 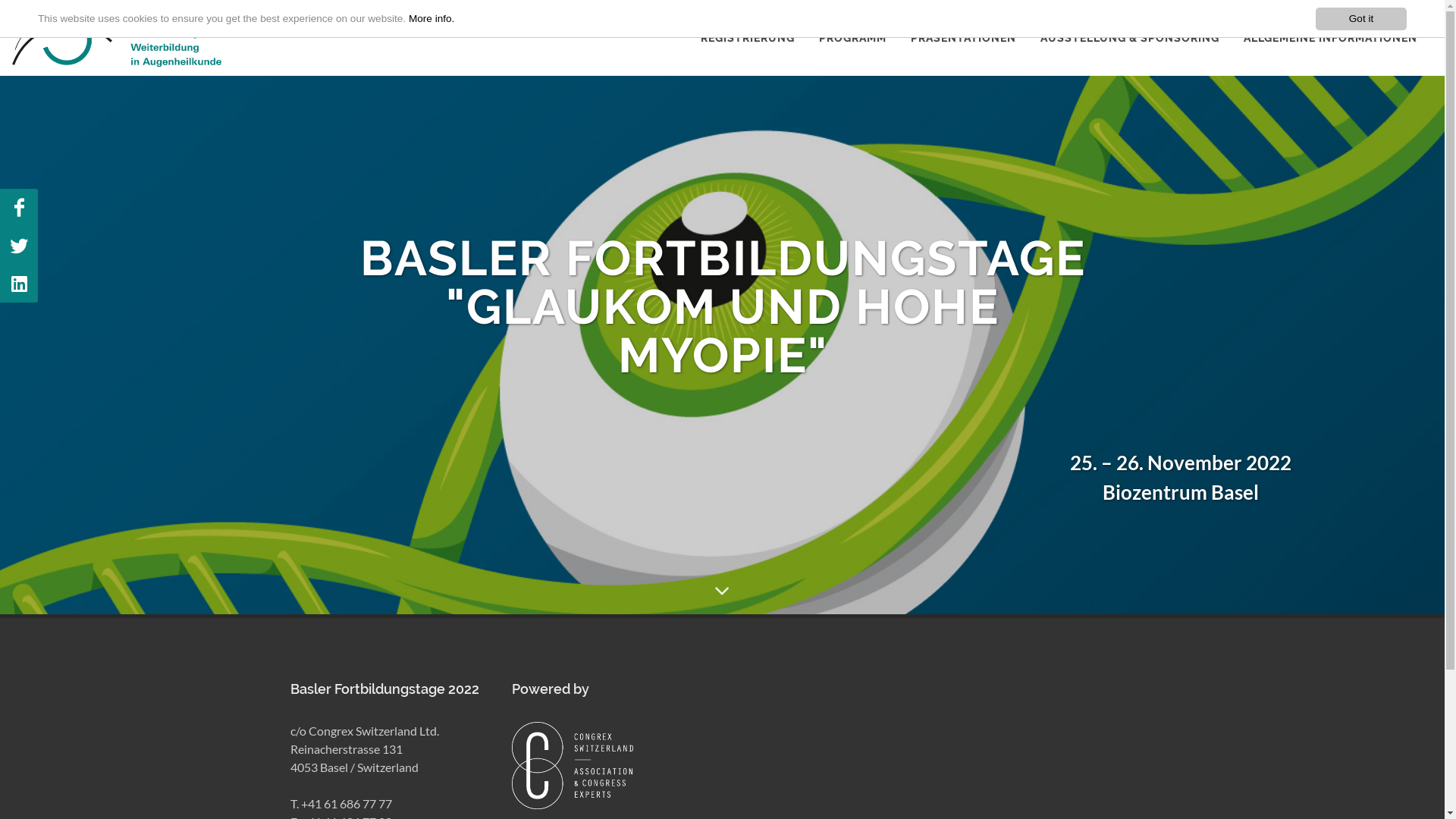 What do you see at coordinates (1029, 37) in the screenshot?
I see `'AUSSTELLUNG & SPONSORING'` at bounding box center [1029, 37].